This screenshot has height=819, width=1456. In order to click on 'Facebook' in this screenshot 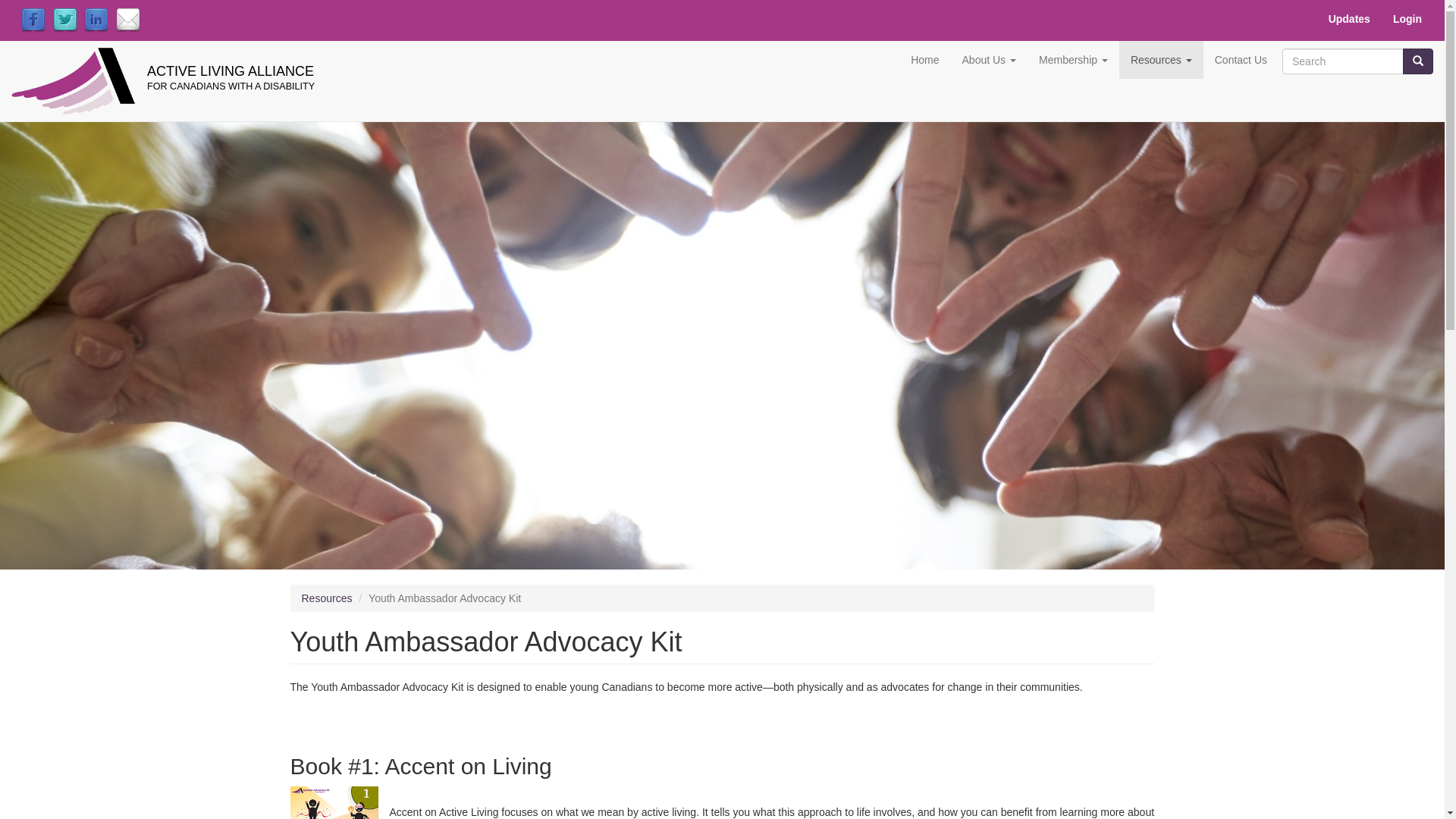, I will do `click(33, 20)`.